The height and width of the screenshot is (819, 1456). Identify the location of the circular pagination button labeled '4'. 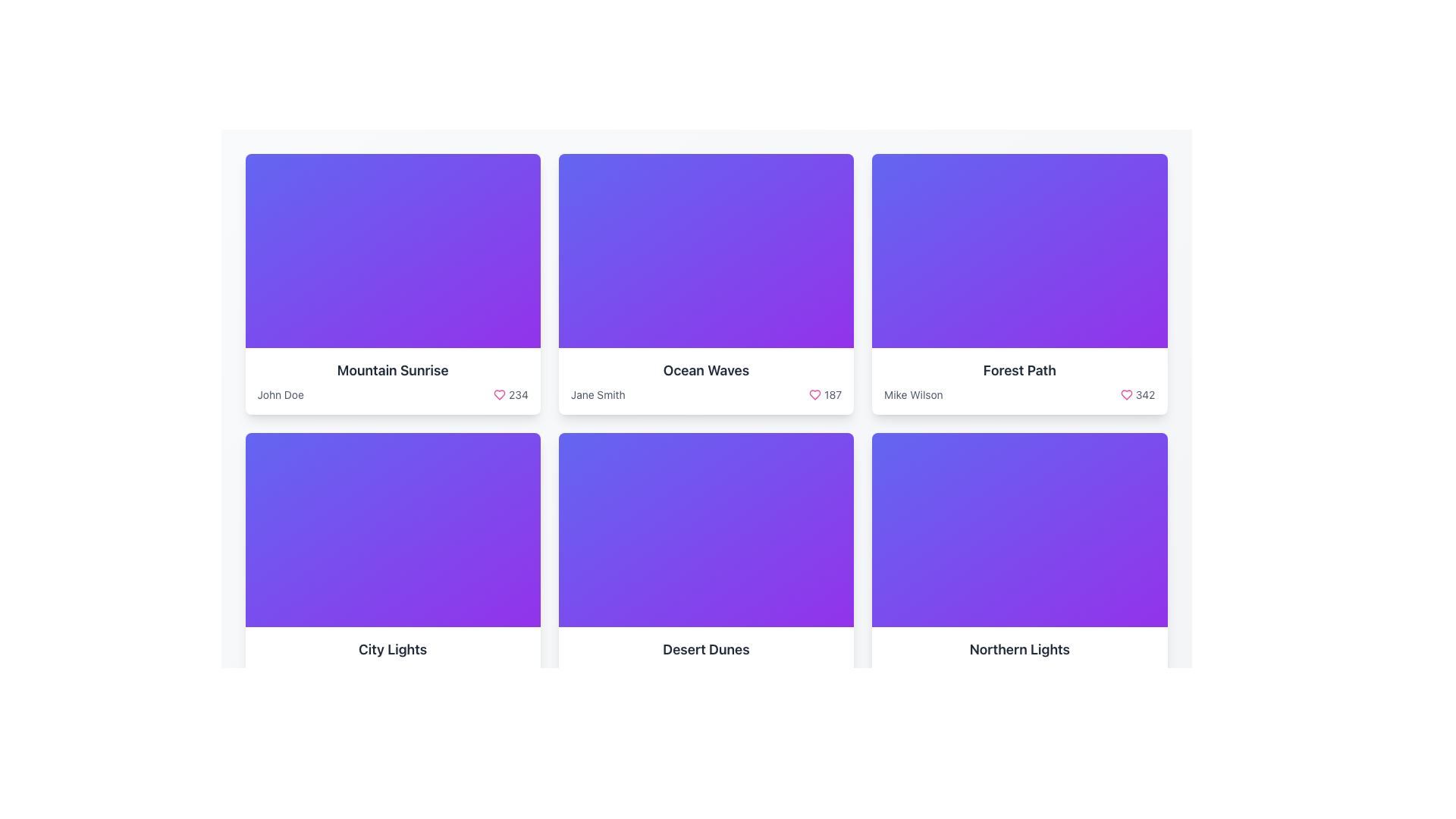
(753, 733).